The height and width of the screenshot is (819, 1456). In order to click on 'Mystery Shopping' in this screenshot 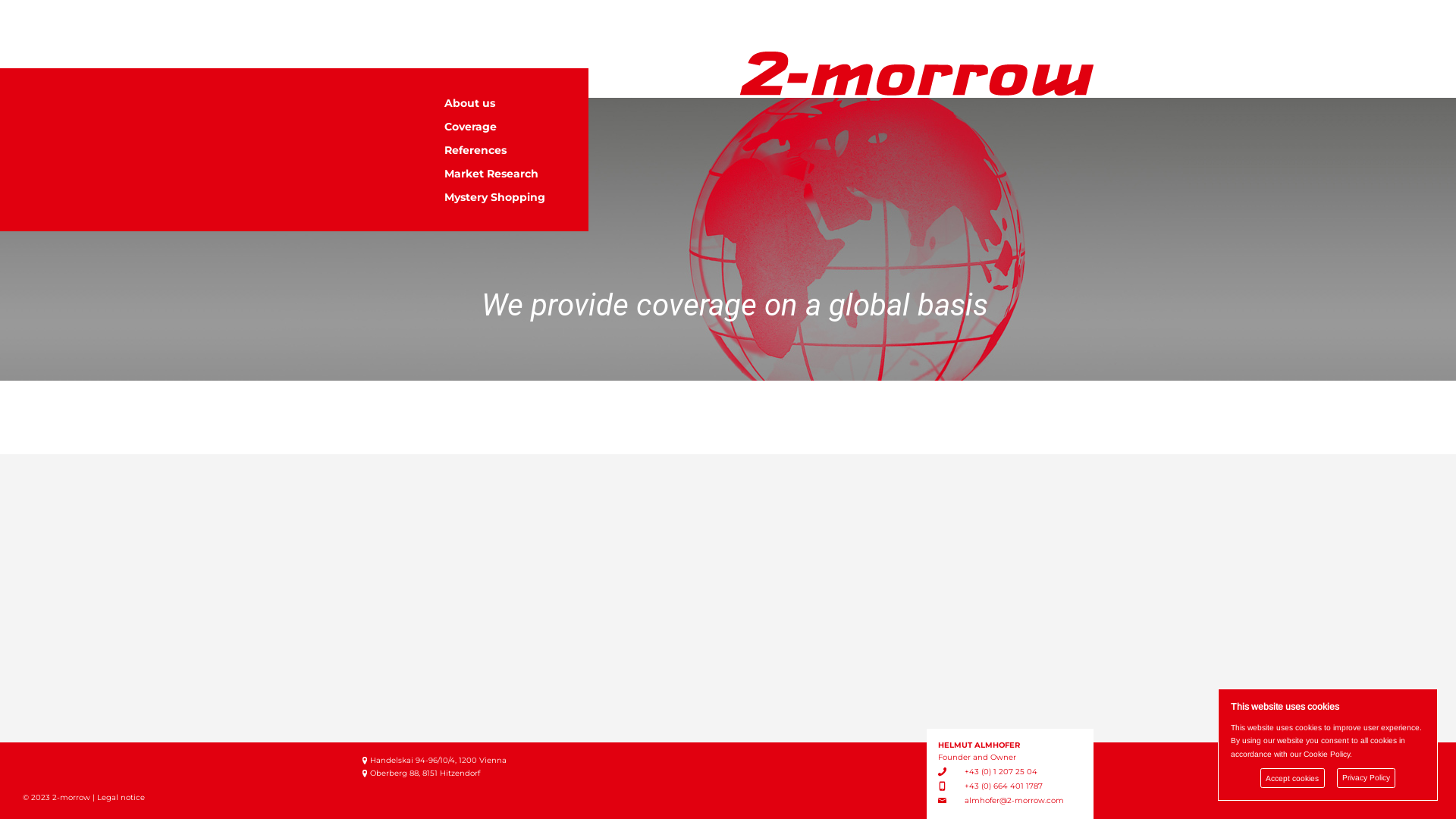, I will do `click(505, 196)`.